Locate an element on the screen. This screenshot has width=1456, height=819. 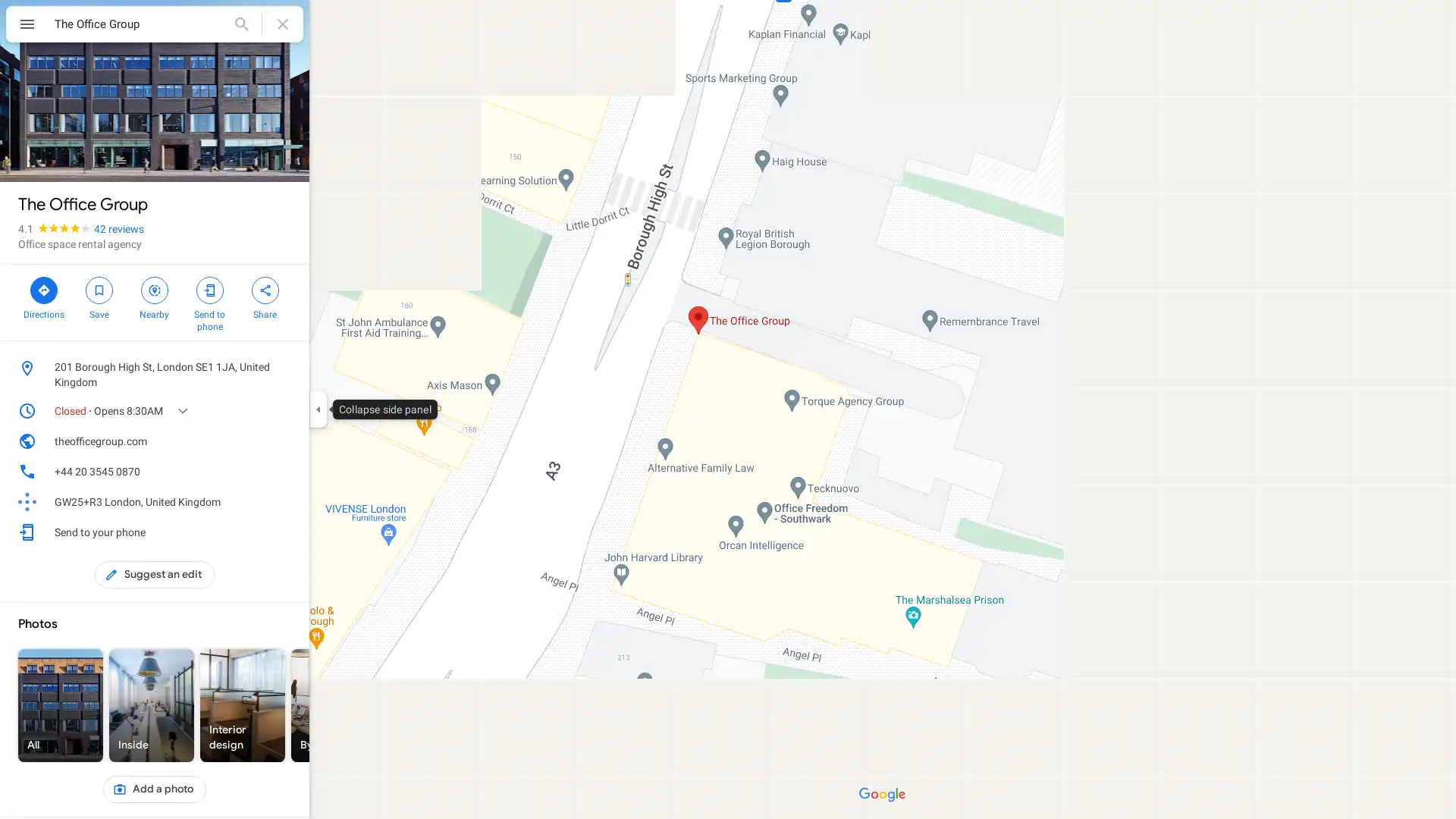
Save The Office Group in your lists is located at coordinates (98, 296).